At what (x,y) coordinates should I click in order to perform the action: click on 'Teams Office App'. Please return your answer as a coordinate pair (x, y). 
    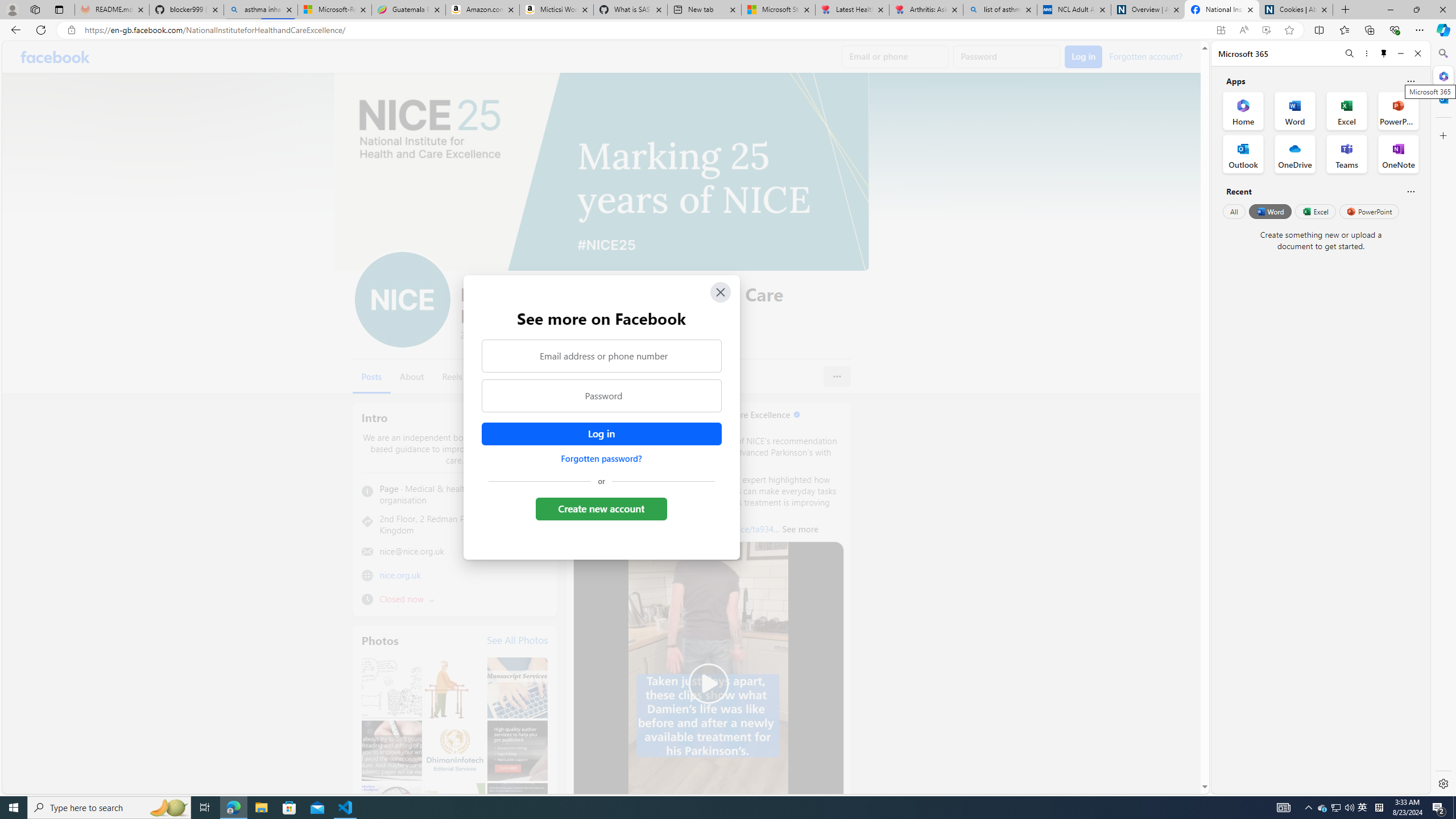
    Looking at the image, I should click on (1347, 154).